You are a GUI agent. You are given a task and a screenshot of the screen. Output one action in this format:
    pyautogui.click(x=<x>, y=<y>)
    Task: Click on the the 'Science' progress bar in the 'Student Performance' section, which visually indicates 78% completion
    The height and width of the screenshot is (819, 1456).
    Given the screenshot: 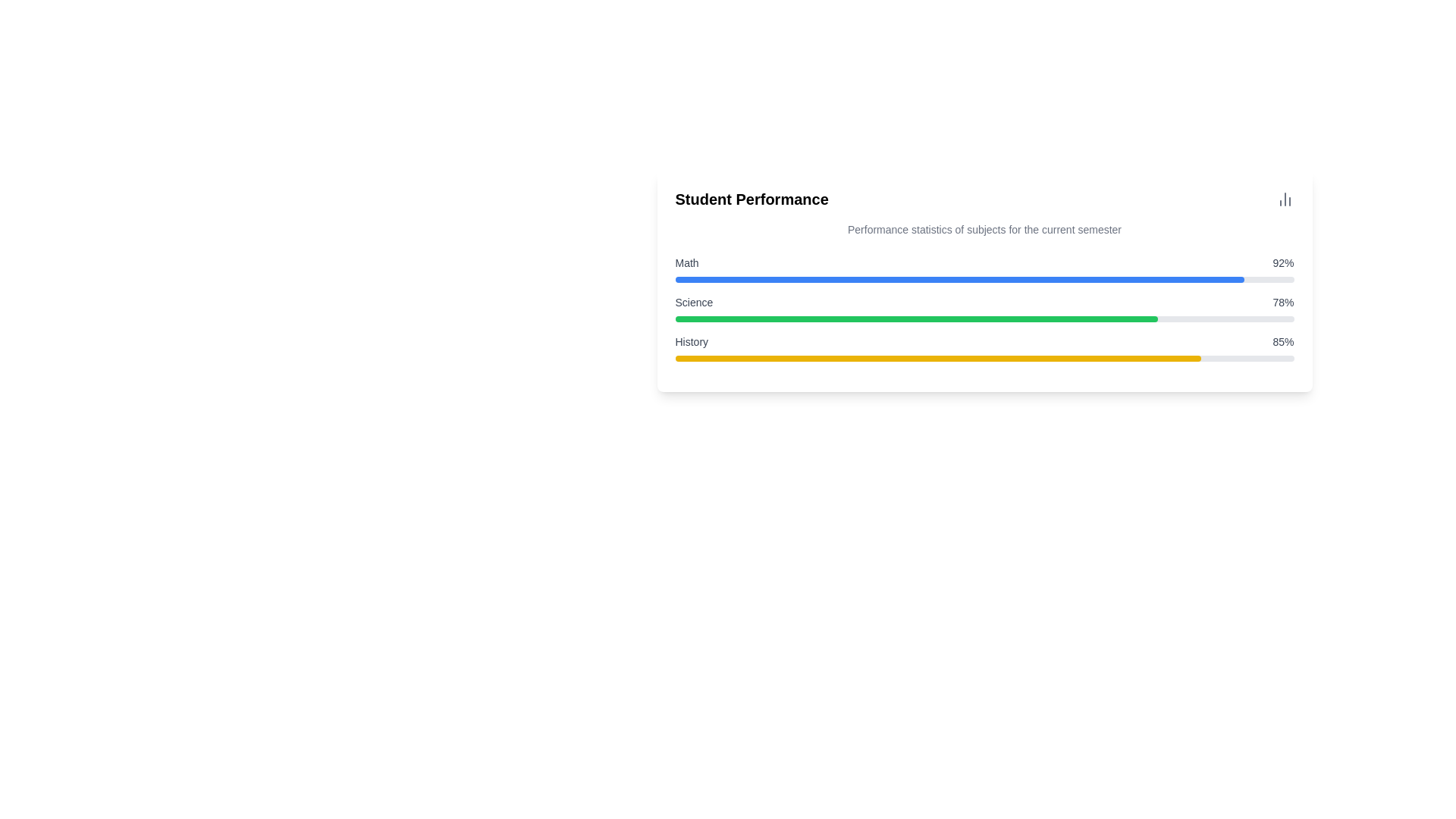 What is the action you would take?
    pyautogui.click(x=984, y=318)
    